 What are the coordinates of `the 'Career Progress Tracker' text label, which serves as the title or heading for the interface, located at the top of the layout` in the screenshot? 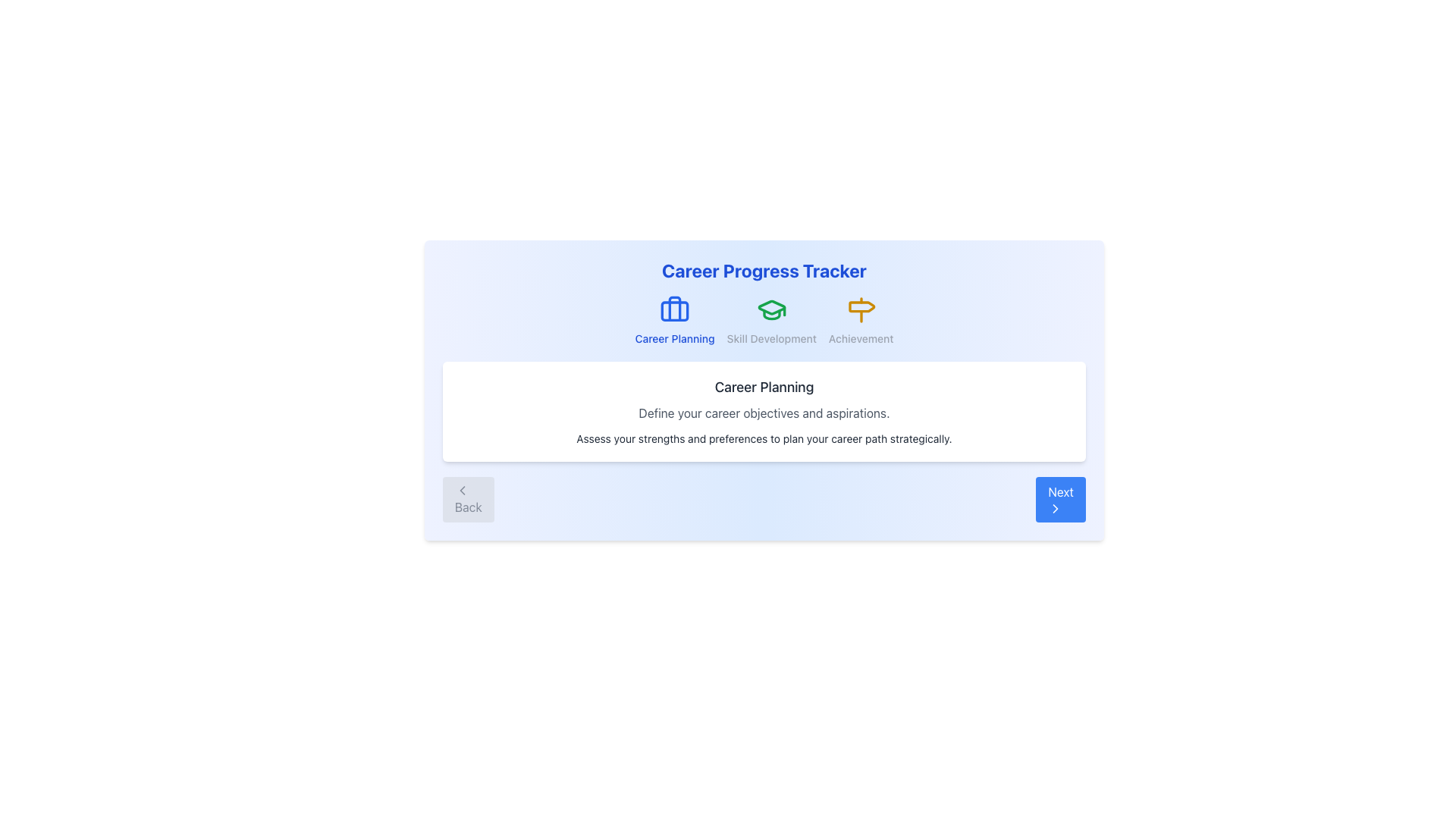 It's located at (764, 270).